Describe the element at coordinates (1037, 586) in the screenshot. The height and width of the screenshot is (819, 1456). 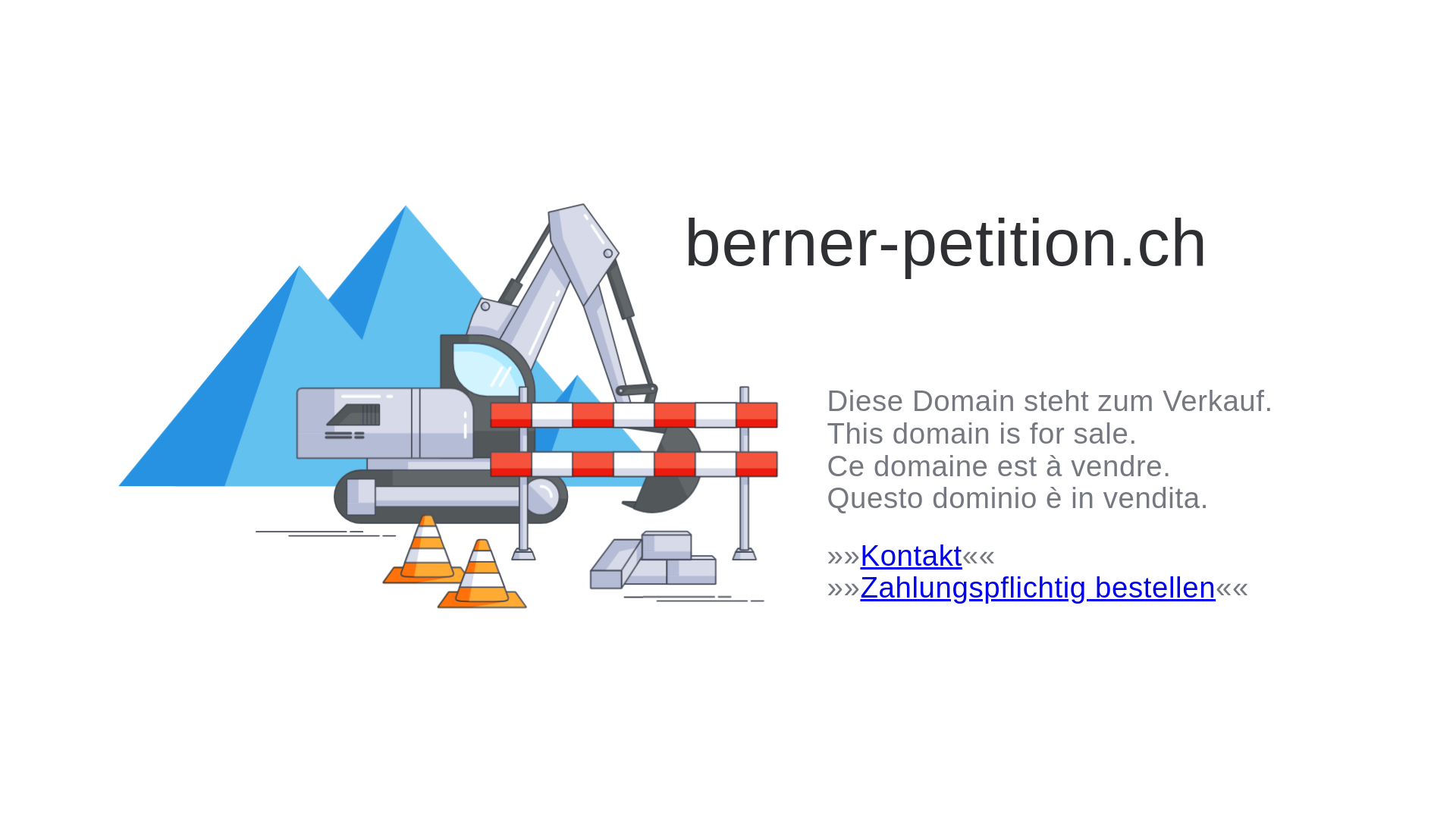
I see `'Zahlungspflichtig bestellen'` at that location.